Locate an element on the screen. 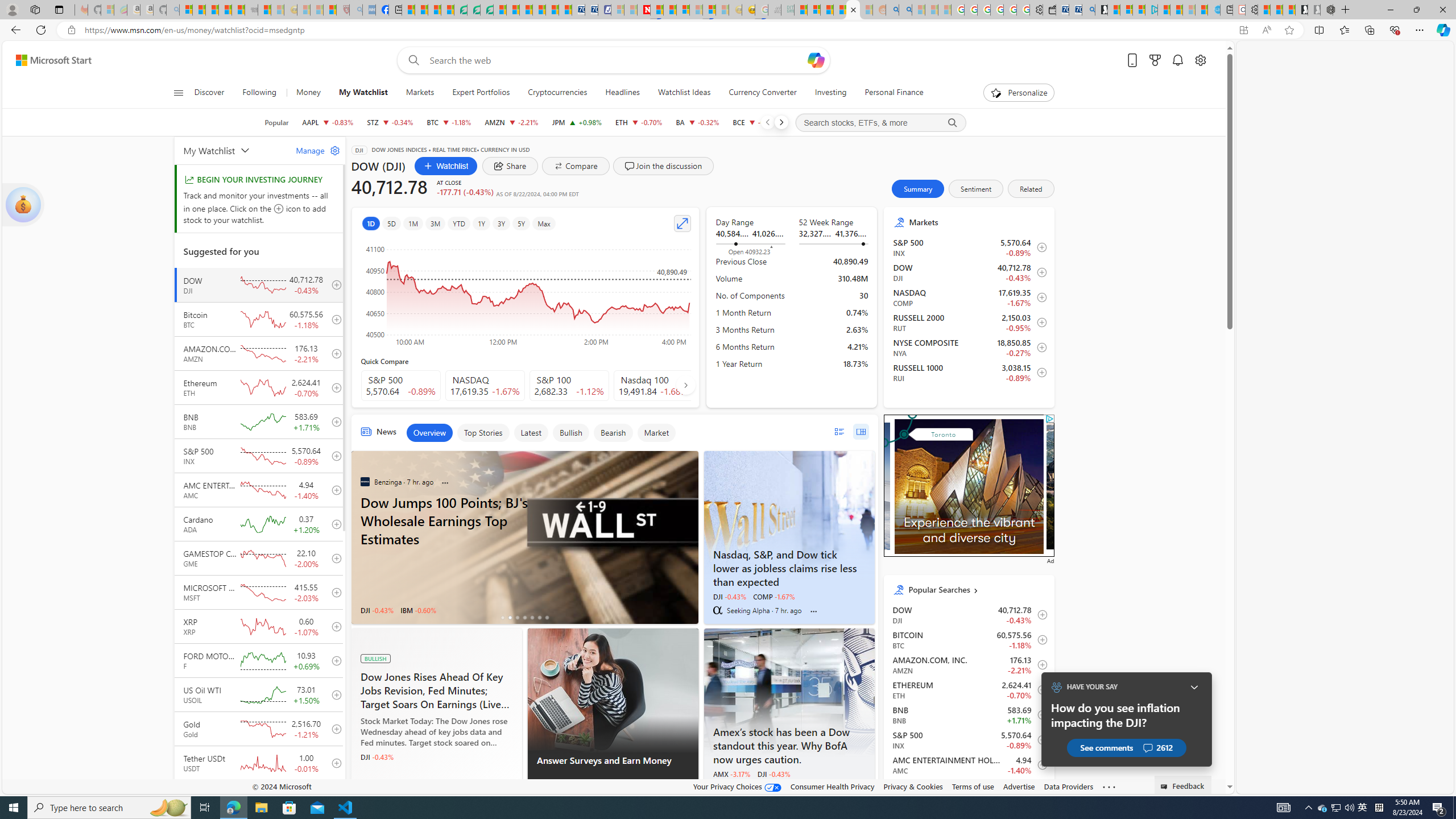 The height and width of the screenshot is (819, 1456). 'Related' is located at coordinates (1030, 188).